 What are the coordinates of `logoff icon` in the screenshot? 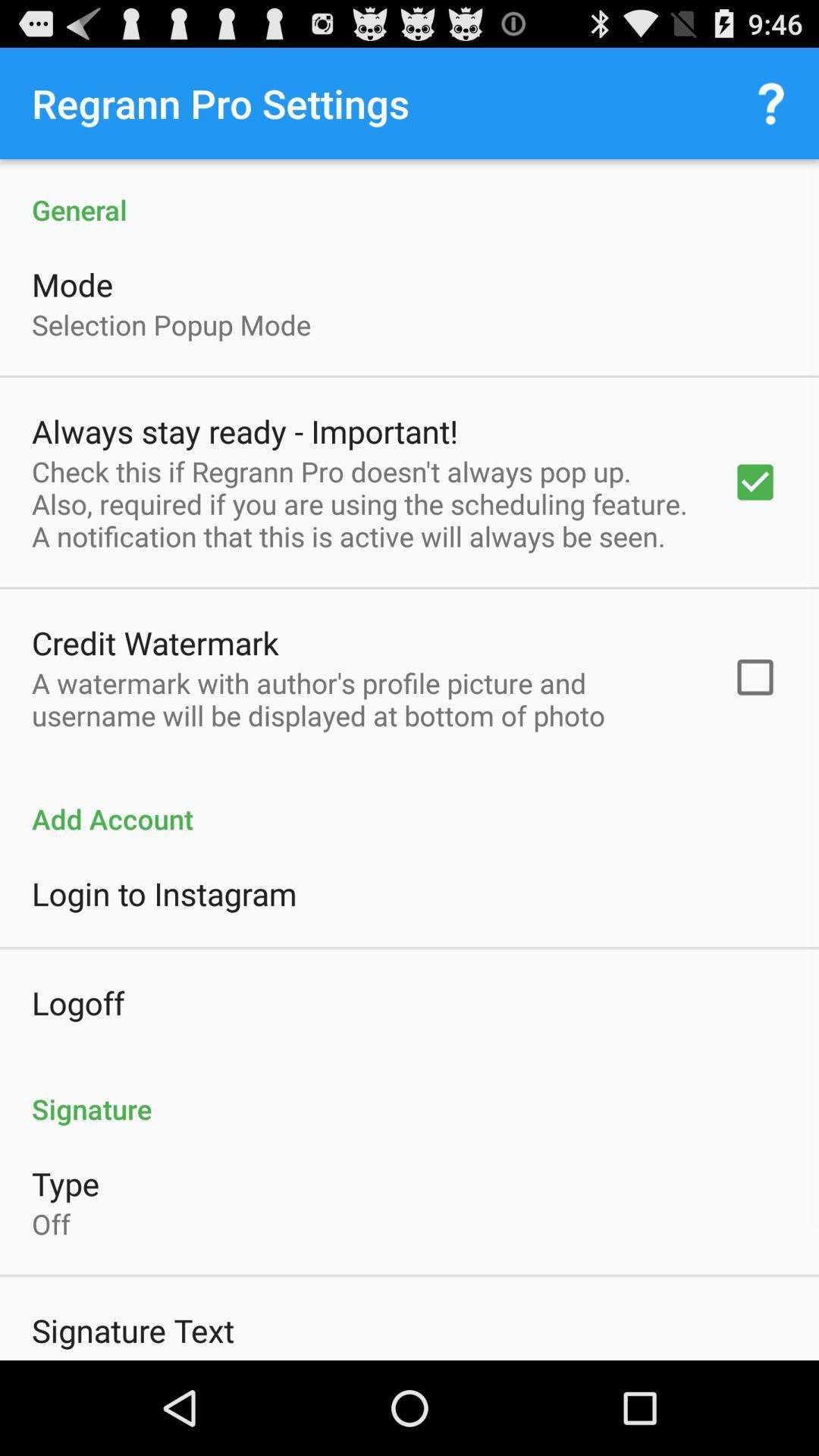 It's located at (78, 1003).